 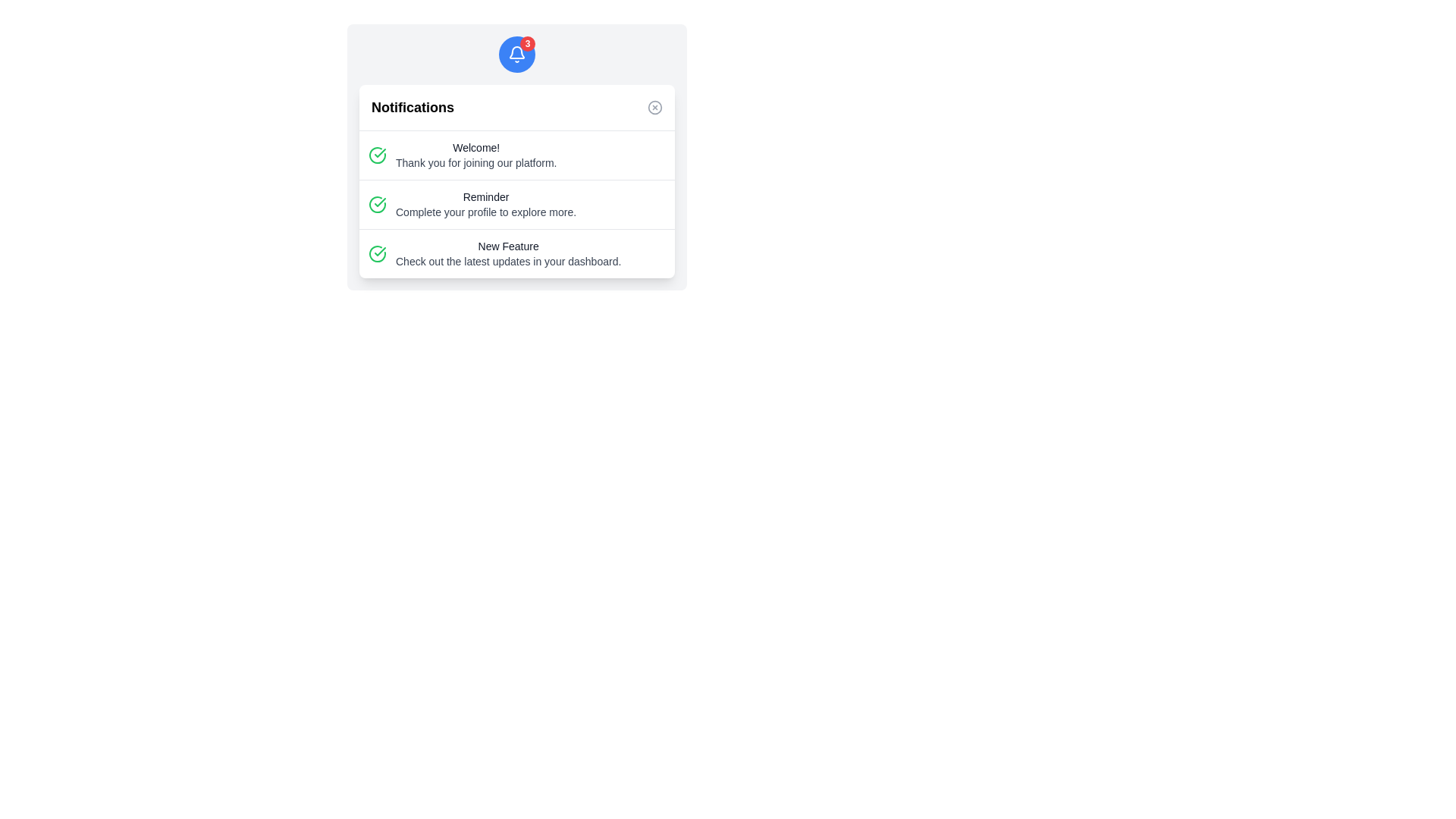 I want to click on the reminder message text located in the notification panel, directly below the 'Reminder' heading, so click(x=486, y=212).